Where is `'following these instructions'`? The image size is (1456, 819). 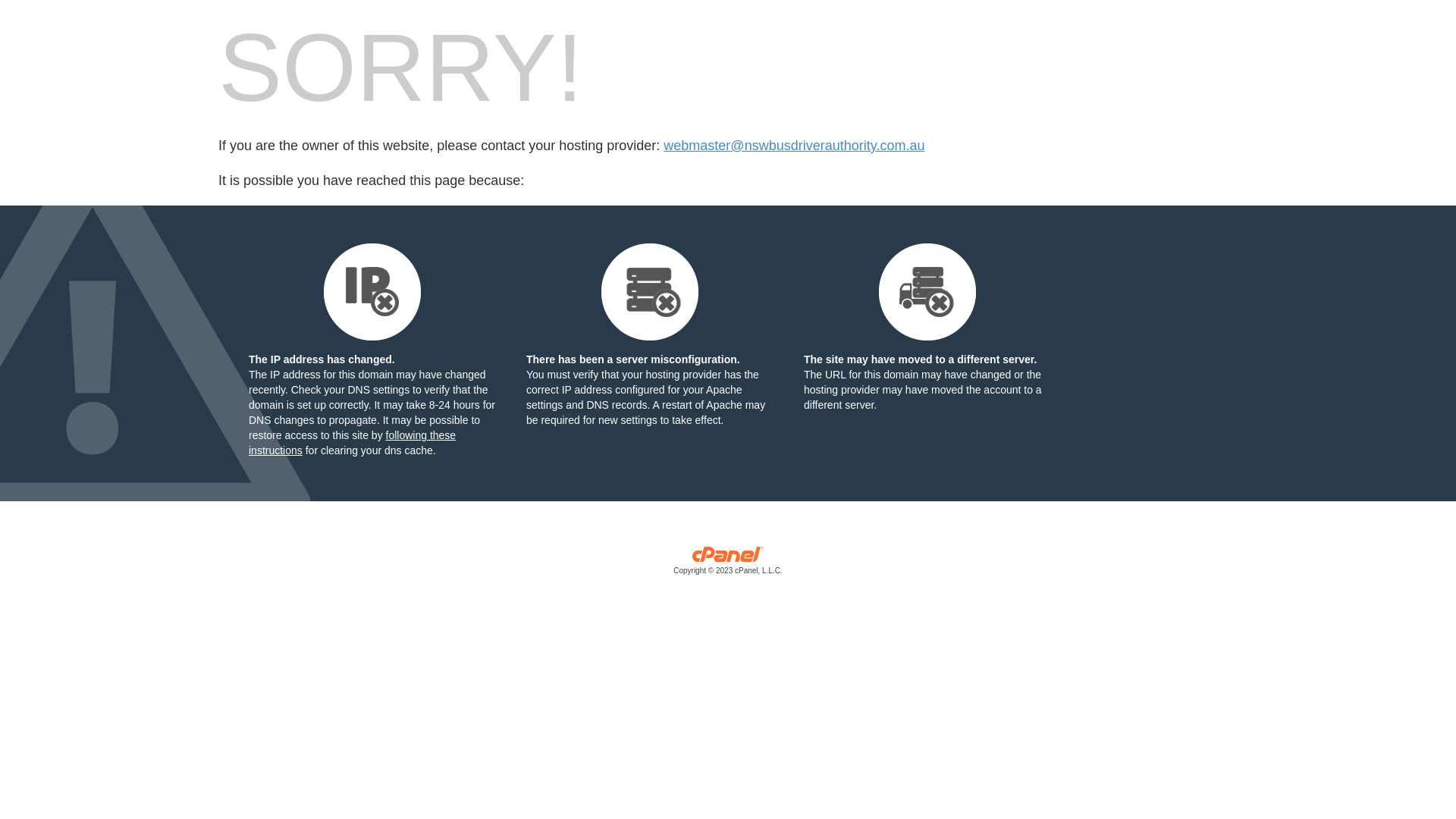
'following these instructions' is located at coordinates (351, 442).